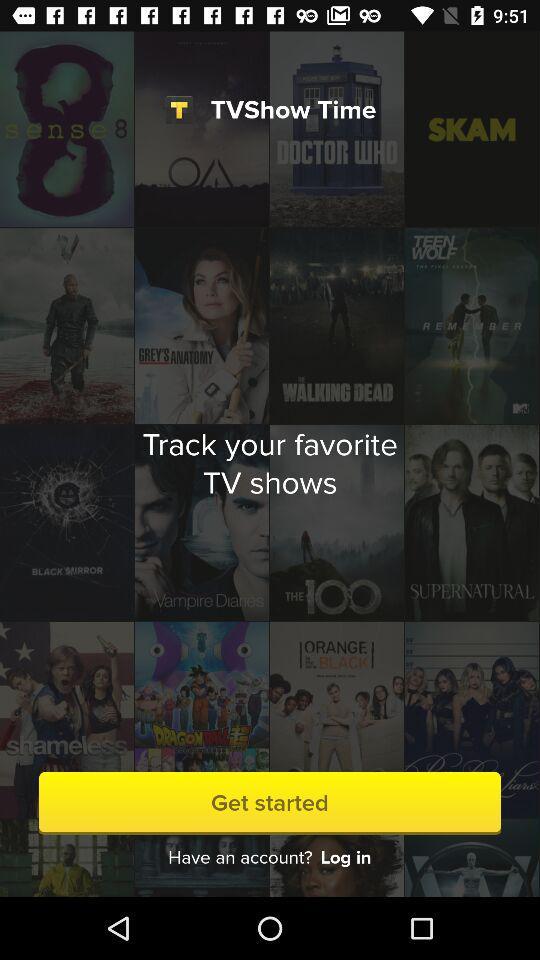 This screenshot has width=540, height=960. Describe the element at coordinates (344, 856) in the screenshot. I see `icon next to the have an account? item` at that location.